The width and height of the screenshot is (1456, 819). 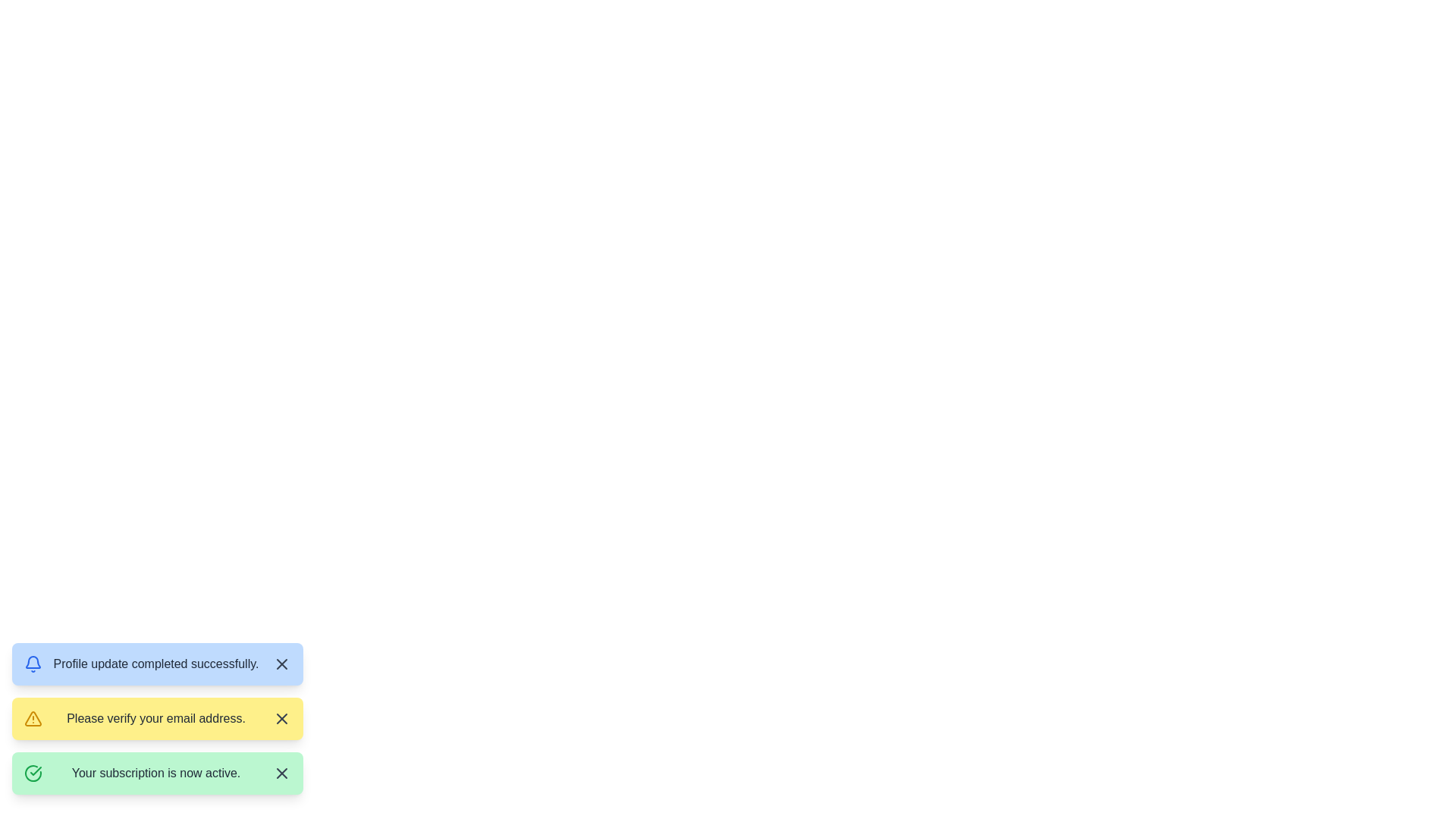 I want to click on the close button located at the far right end of the green notification box labeled 'Your subscription is now active.', so click(x=282, y=773).